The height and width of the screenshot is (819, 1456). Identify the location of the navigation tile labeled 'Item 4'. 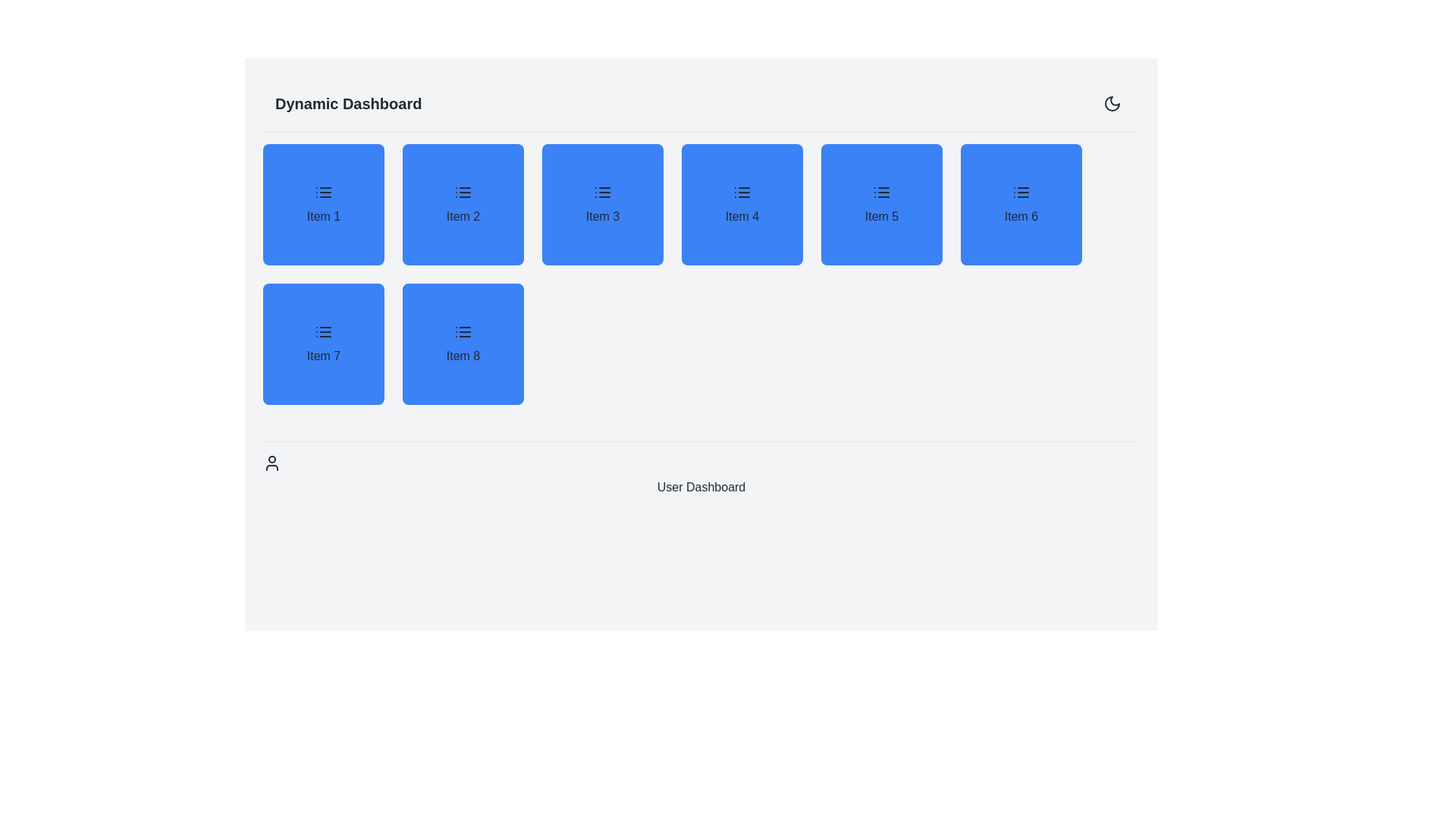
(742, 205).